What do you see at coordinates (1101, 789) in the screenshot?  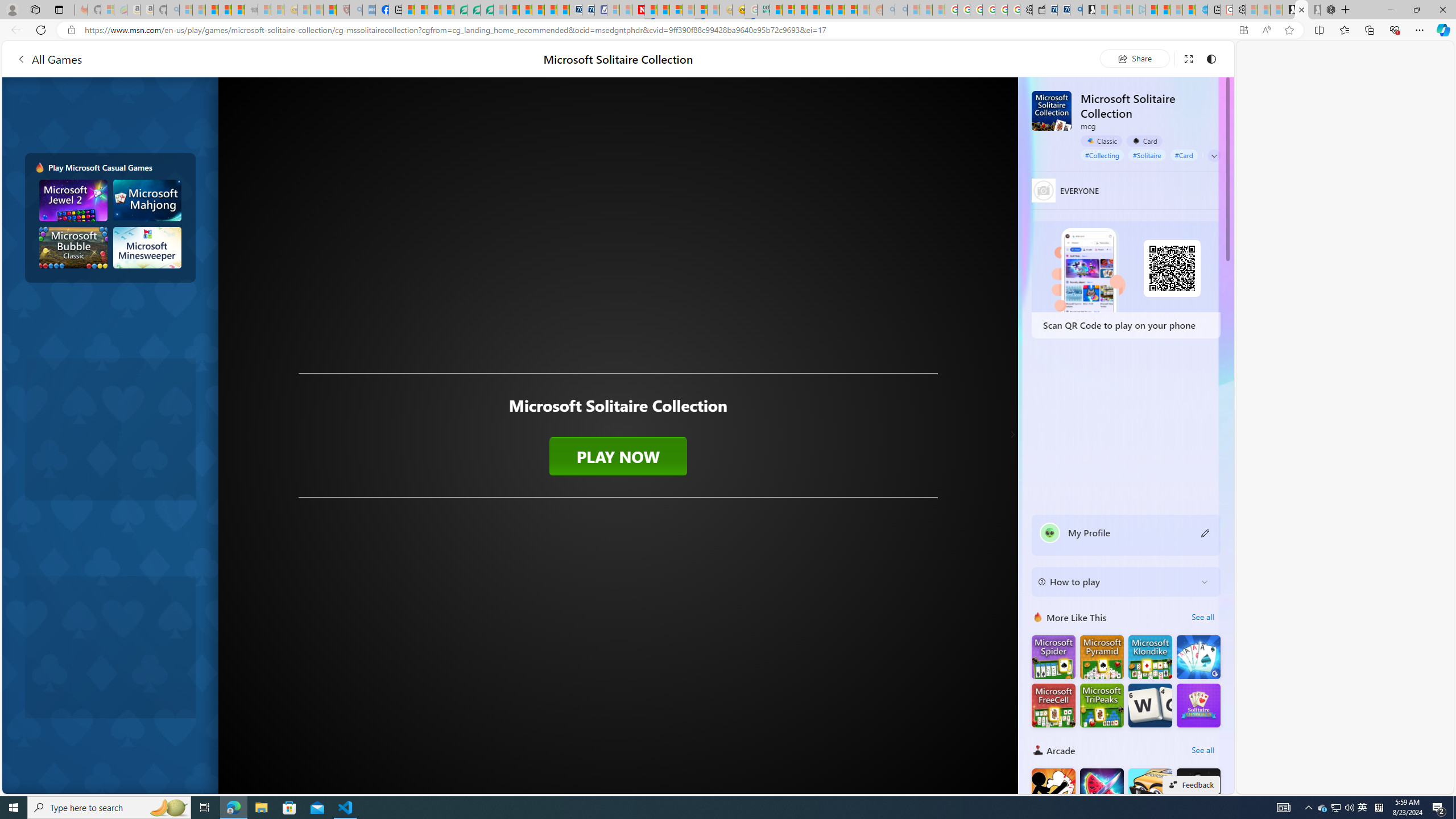 I see `'Fruit Chopper'` at bounding box center [1101, 789].